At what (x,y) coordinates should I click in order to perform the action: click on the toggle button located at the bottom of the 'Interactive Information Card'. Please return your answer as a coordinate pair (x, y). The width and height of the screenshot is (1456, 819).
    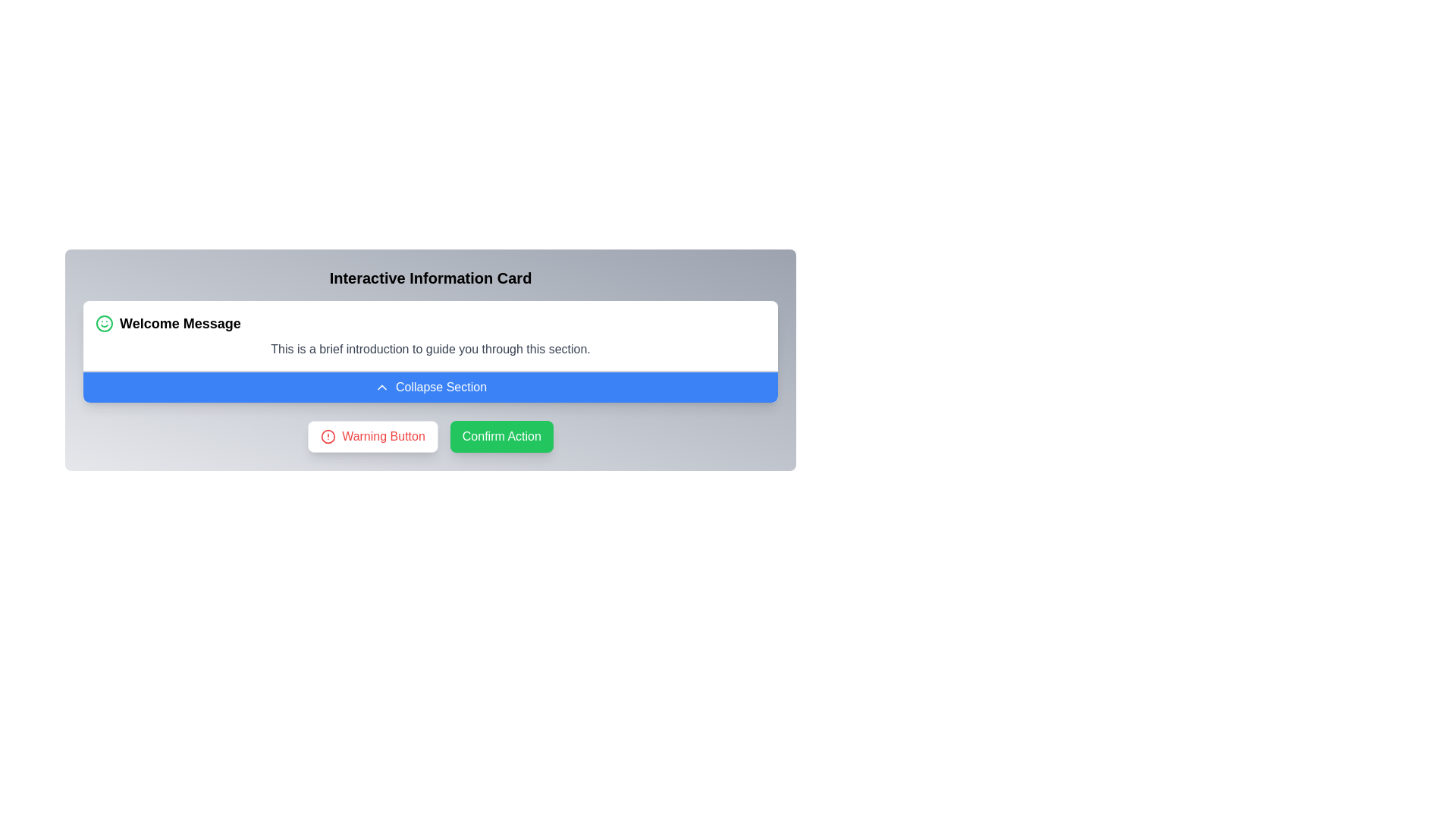
    Looking at the image, I should click on (429, 386).